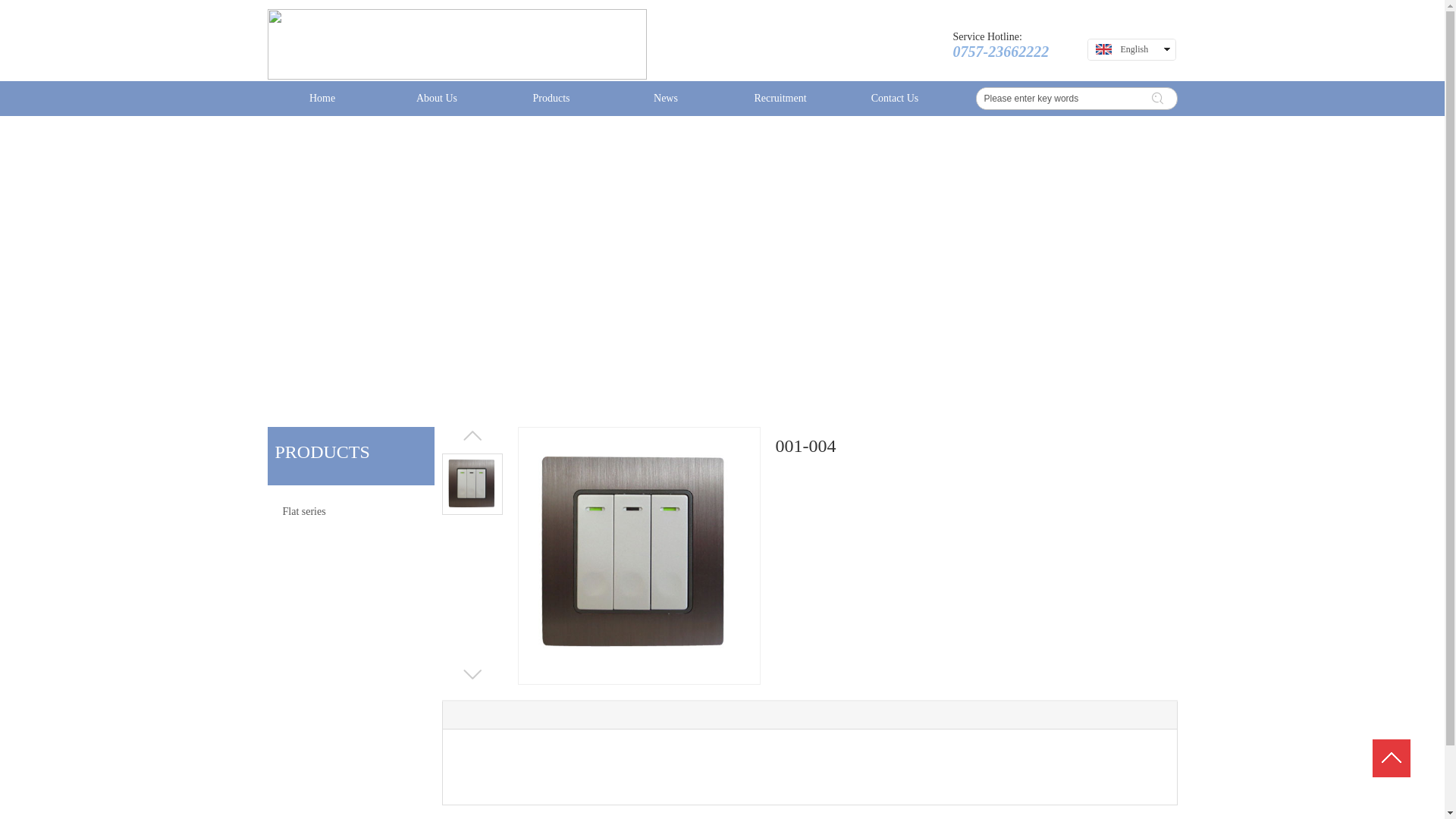 Image resolution: width=1456 pixels, height=819 pixels. I want to click on 'About Us', so click(436, 99).